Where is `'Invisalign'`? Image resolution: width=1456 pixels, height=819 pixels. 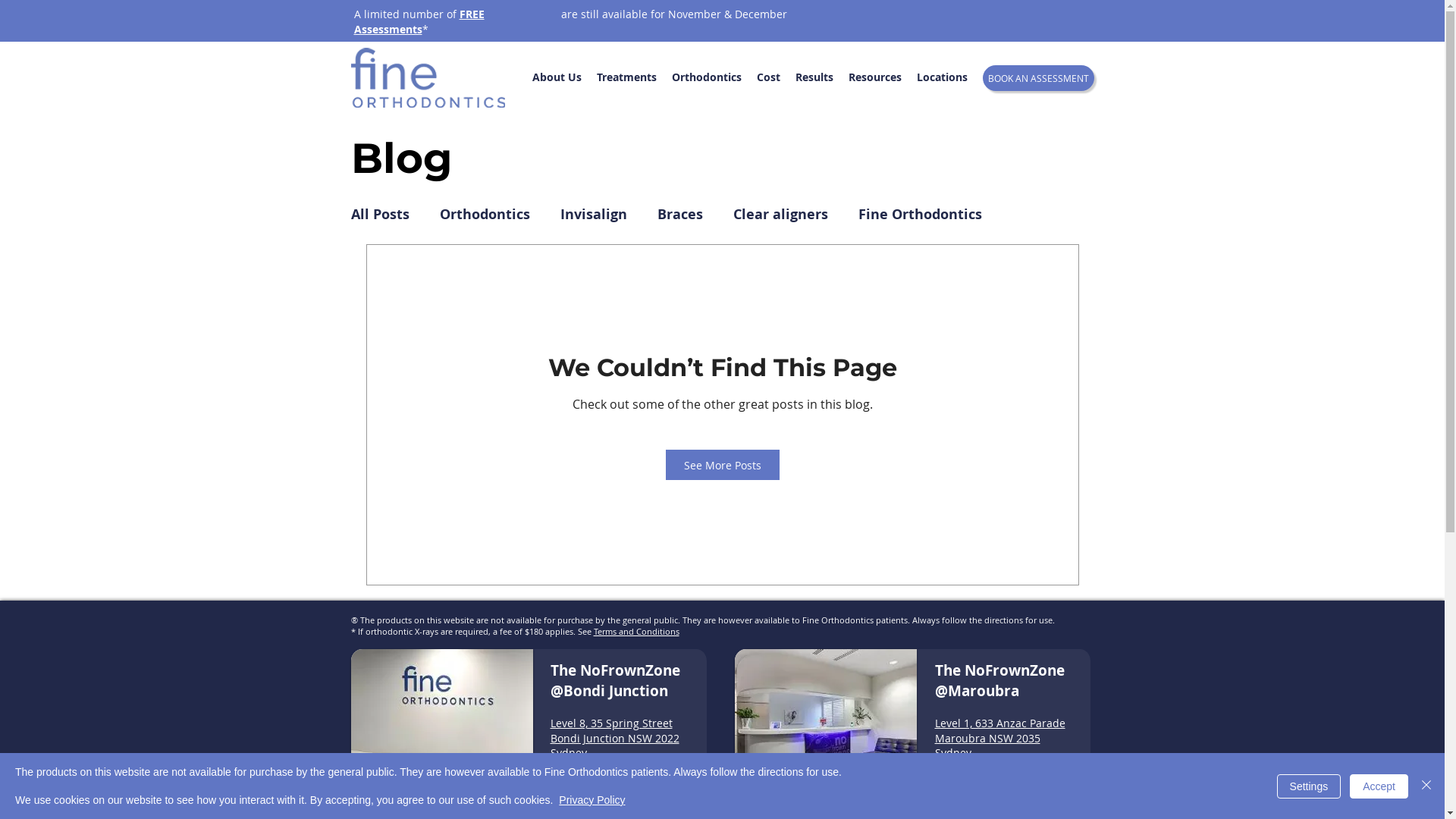
'Invisalign' is located at coordinates (559, 214).